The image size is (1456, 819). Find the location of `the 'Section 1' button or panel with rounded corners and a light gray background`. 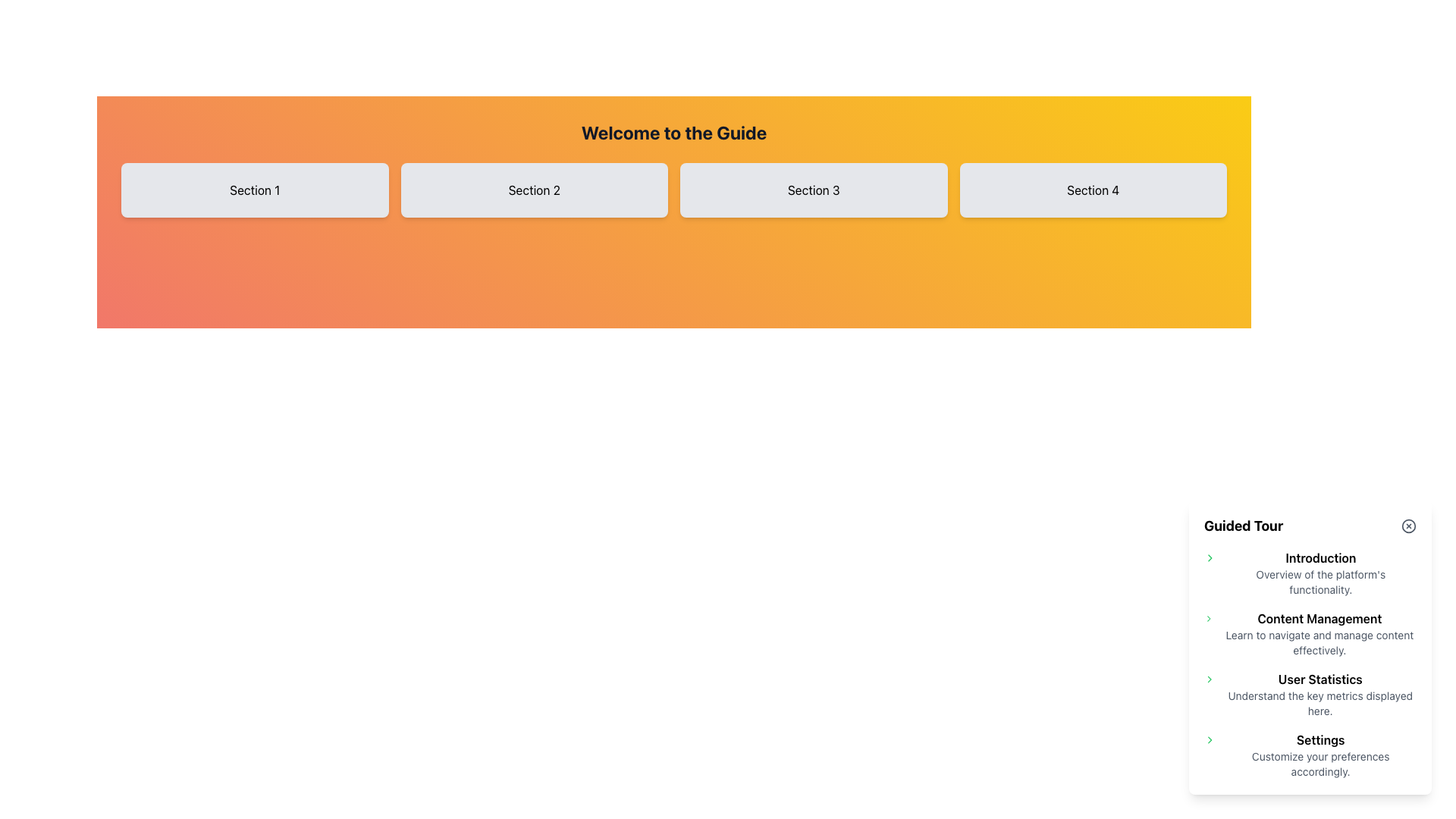

the 'Section 1' button or panel with rounded corners and a light gray background is located at coordinates (255, 189).